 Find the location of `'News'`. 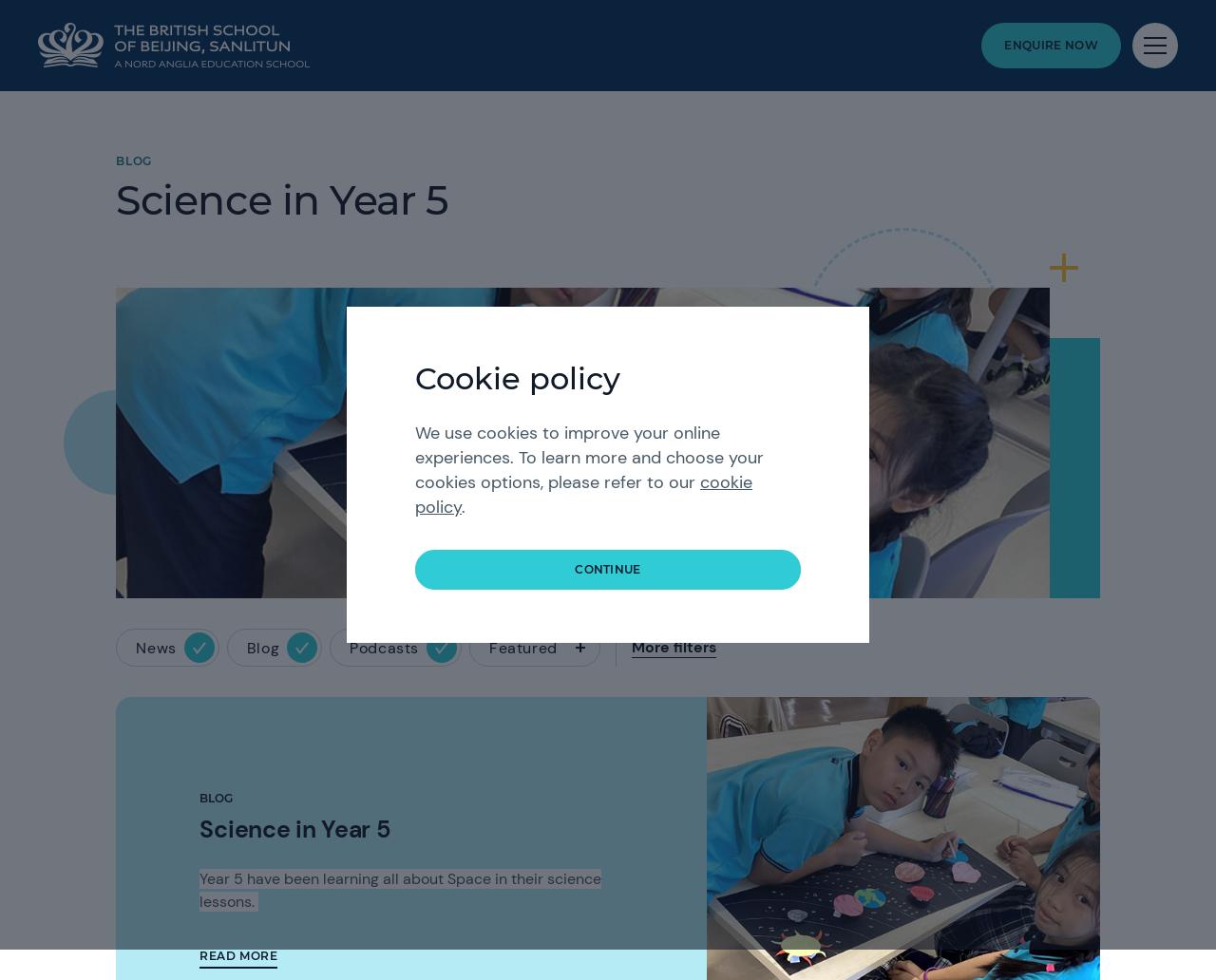

'News' is located at coordinates (155, 646).